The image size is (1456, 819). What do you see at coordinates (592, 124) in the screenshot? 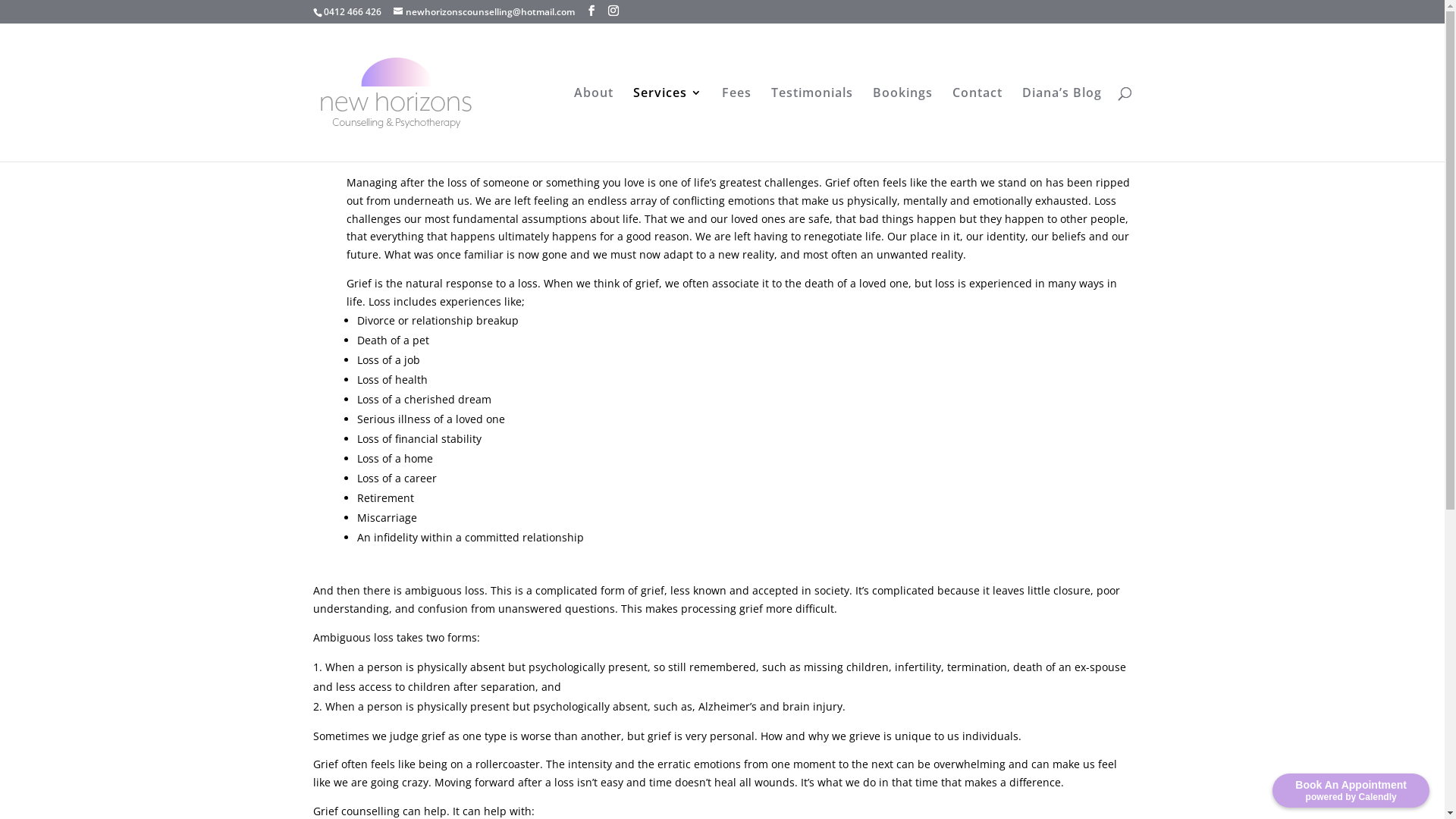
I see `'About'` at bounding box center [592, 124].